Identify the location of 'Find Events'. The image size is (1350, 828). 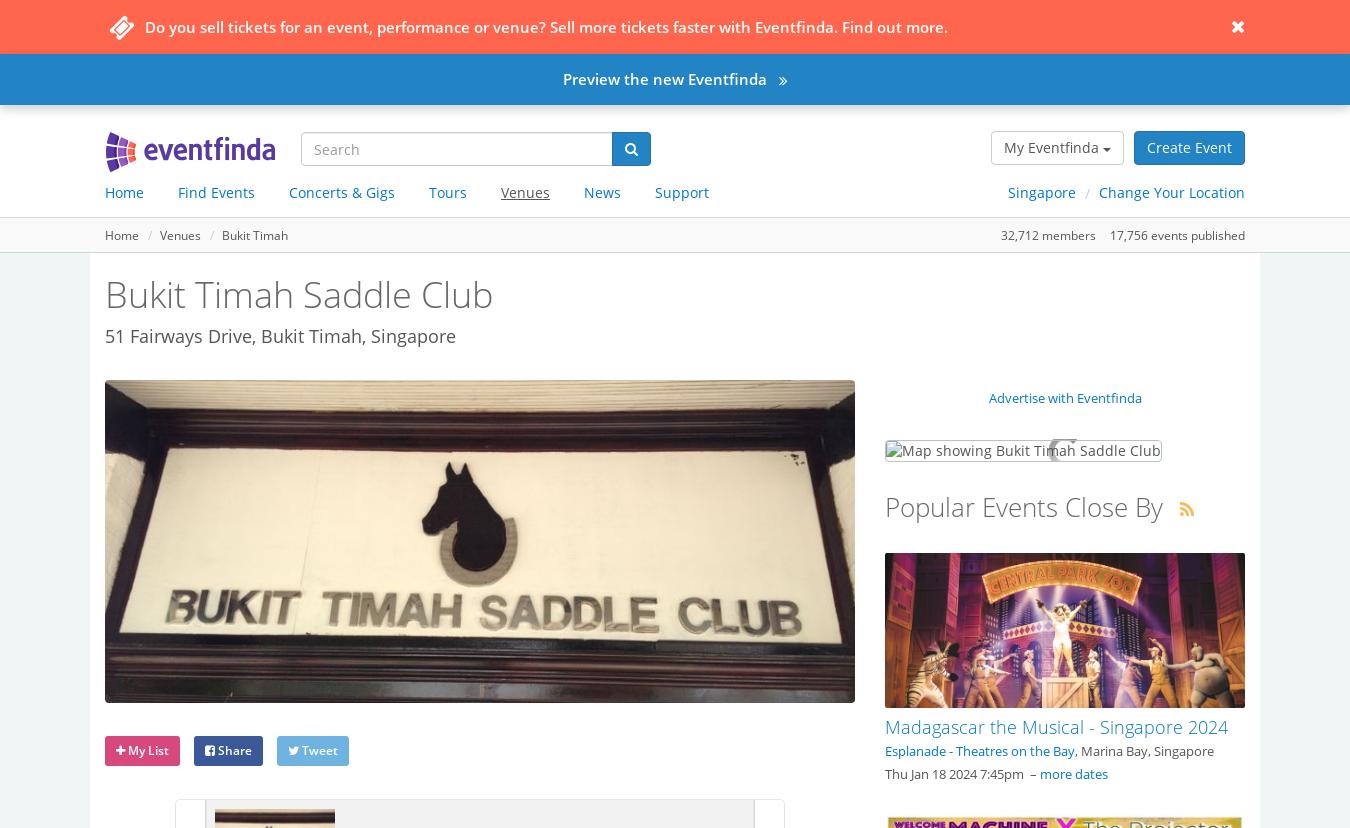
(178, 191).